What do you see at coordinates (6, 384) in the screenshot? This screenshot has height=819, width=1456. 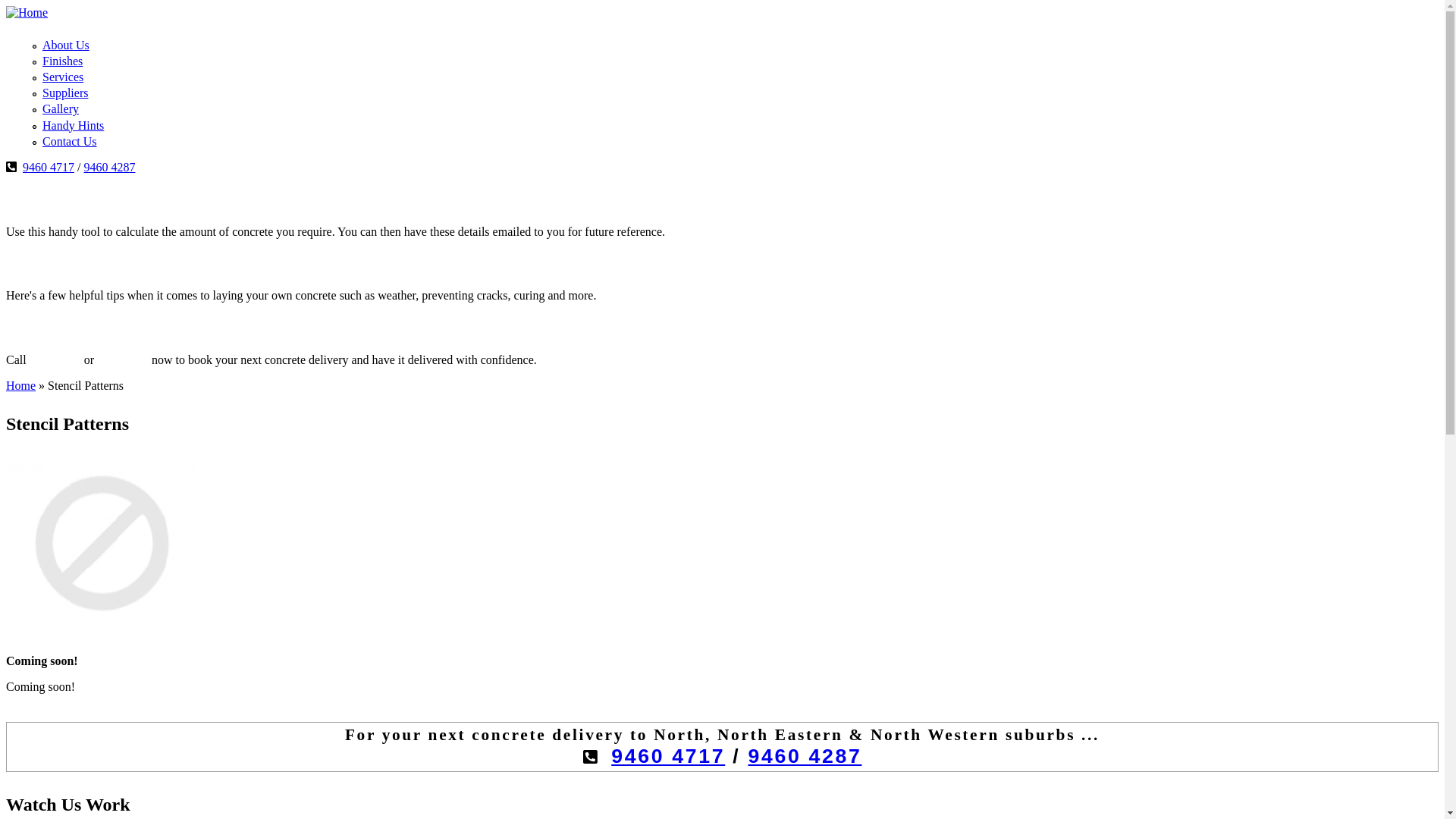 I see `'Home'` at bounding box center [6, 384].